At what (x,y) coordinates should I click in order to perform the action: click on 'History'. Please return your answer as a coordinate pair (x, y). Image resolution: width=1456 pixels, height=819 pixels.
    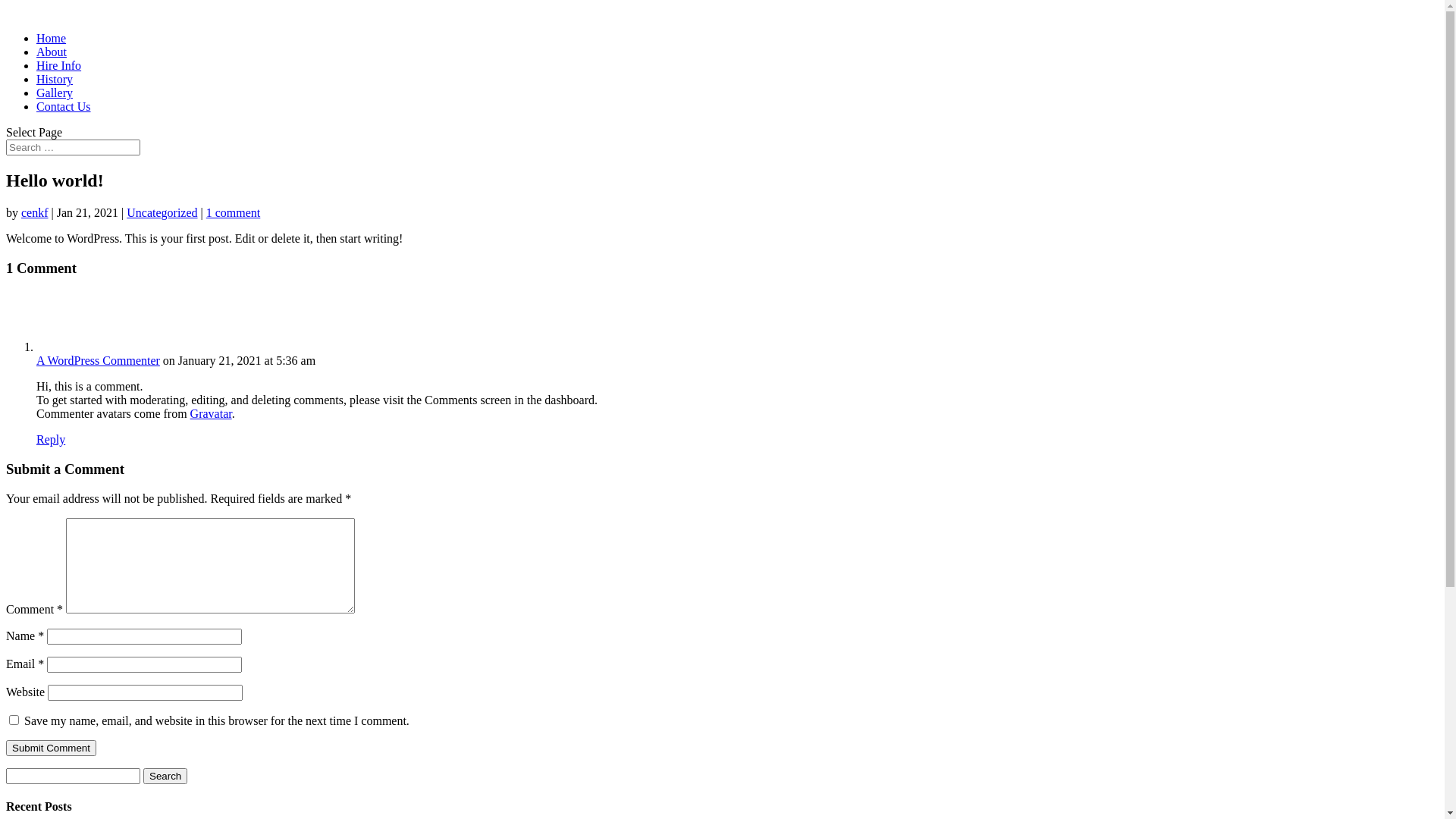
    Looking at the image, I should click on (55, 79).